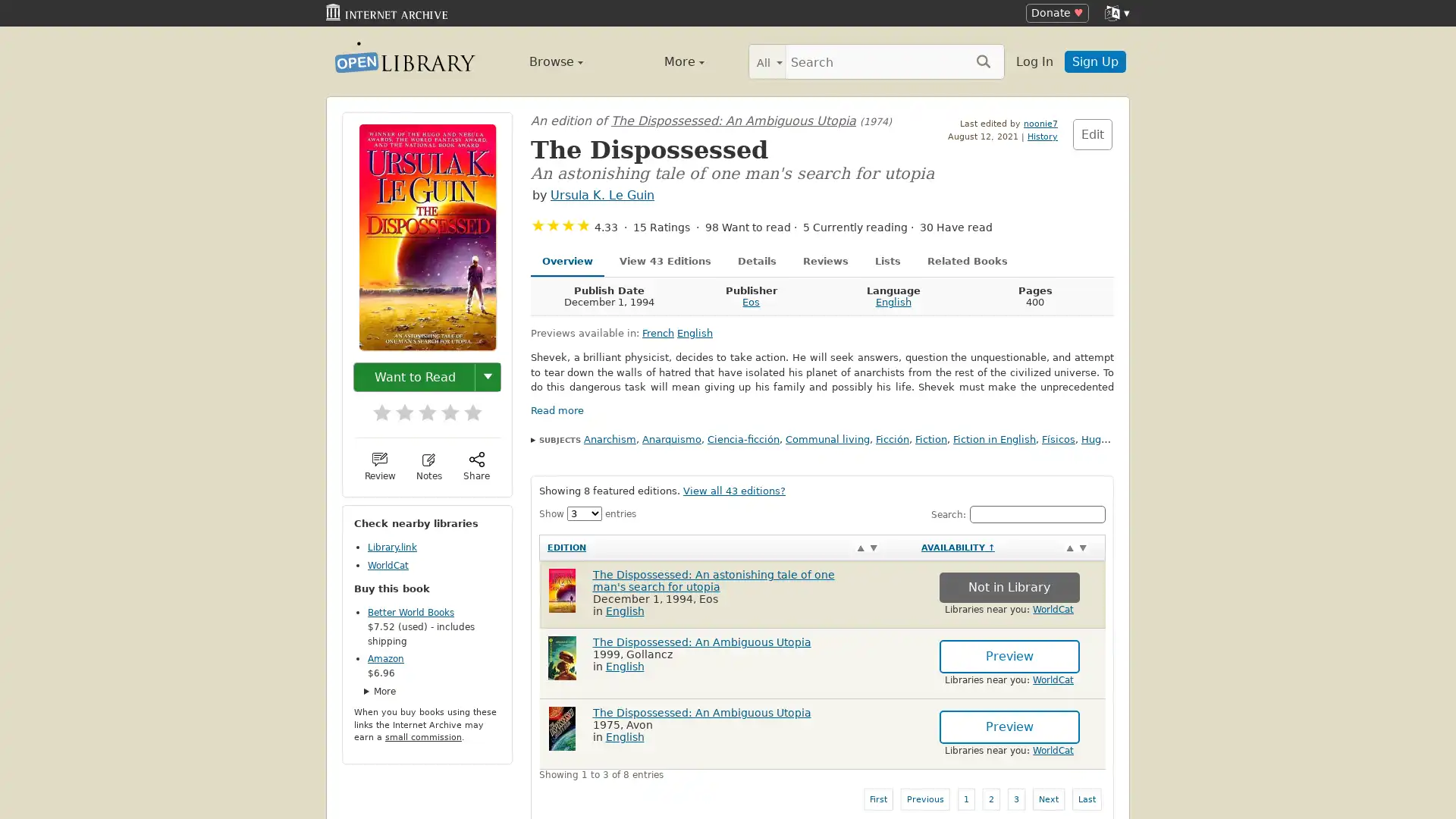 This screenshot has height=819, width=1456. Describe the element at coordinates (442, 406) in the screenshot. I see `4` at that location.